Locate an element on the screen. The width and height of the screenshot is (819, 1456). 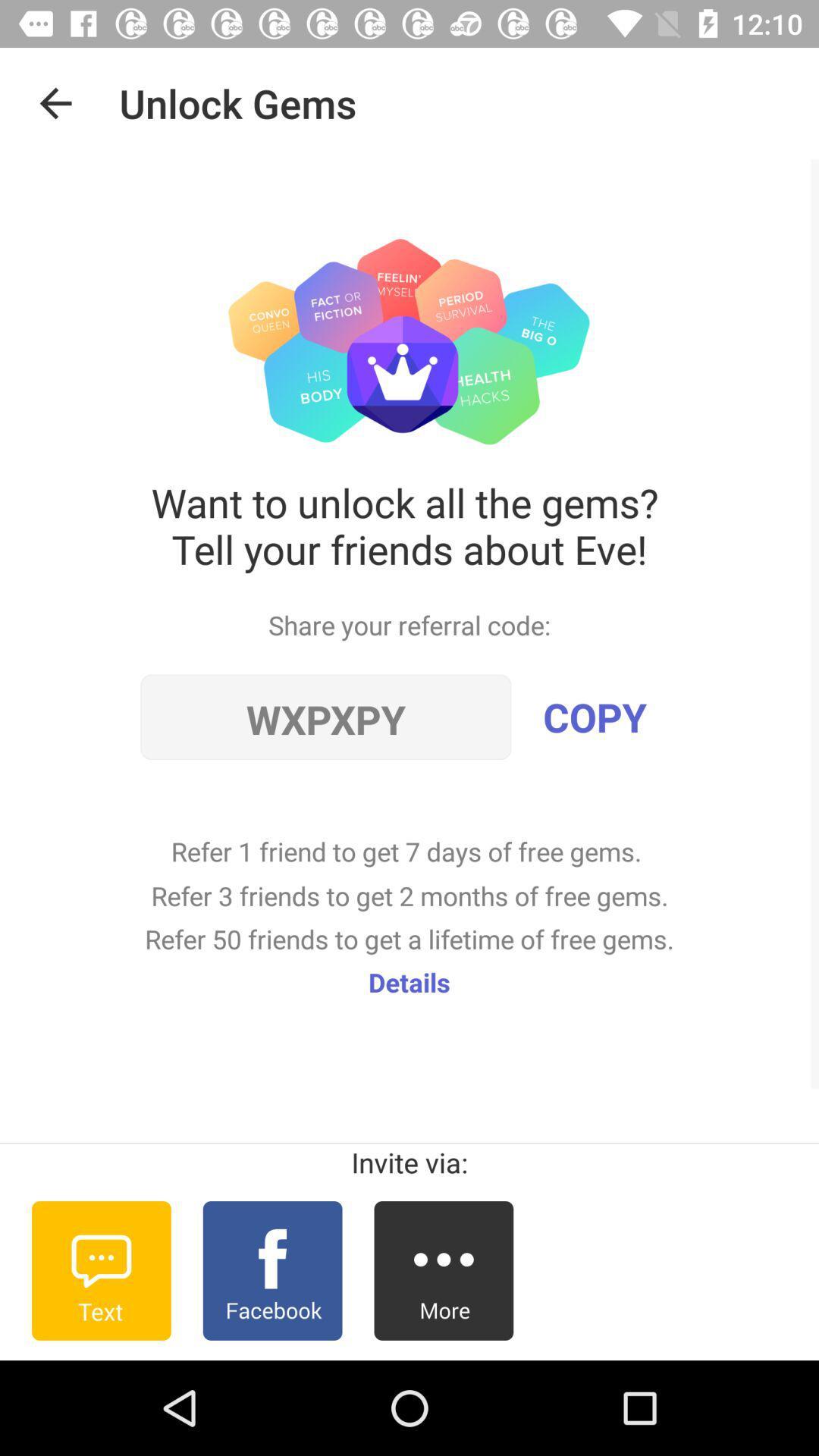
go back is located at coordinates (55, 102).